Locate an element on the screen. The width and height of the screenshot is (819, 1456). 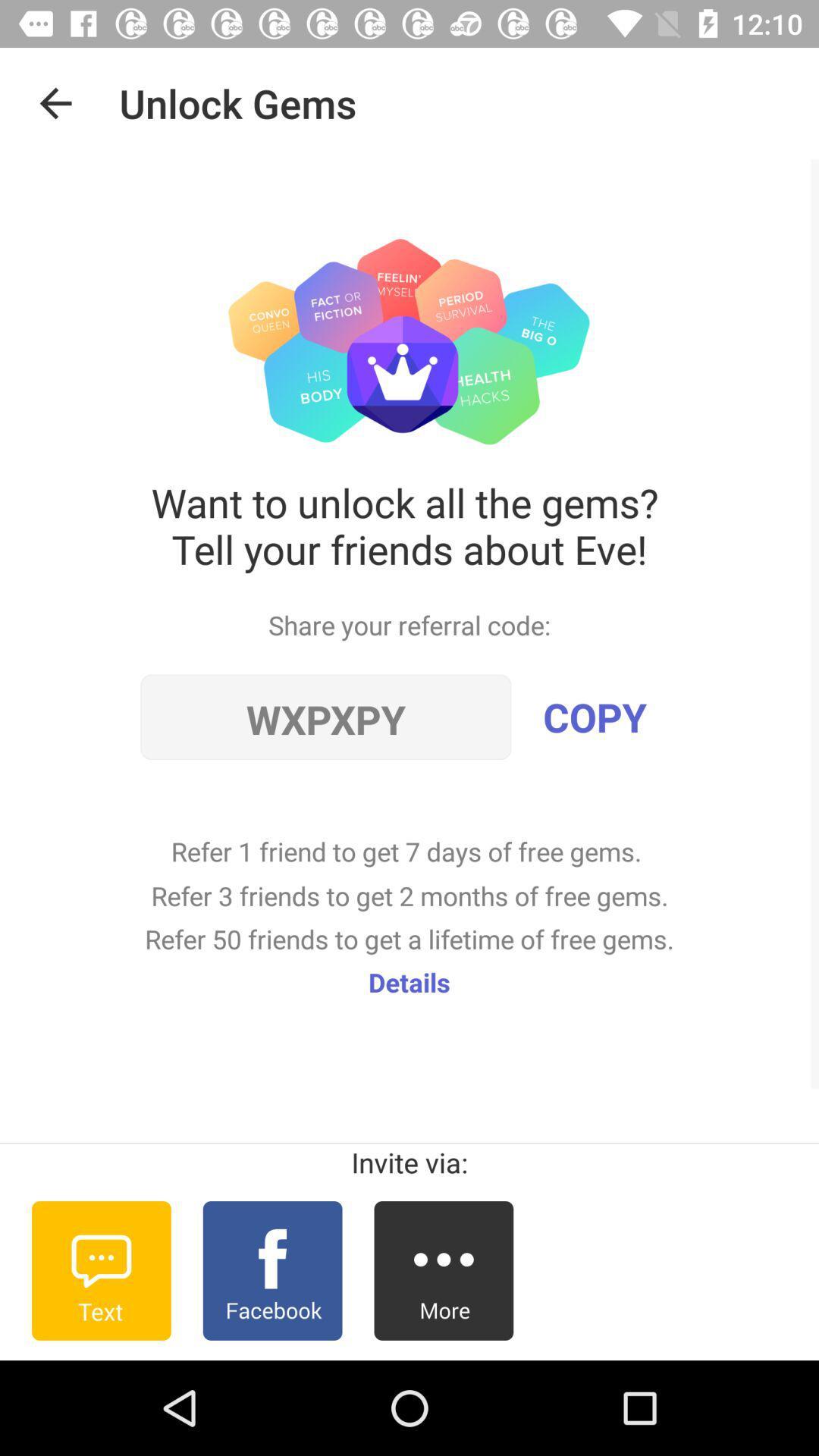
go back is located at coordinates (55, 102).